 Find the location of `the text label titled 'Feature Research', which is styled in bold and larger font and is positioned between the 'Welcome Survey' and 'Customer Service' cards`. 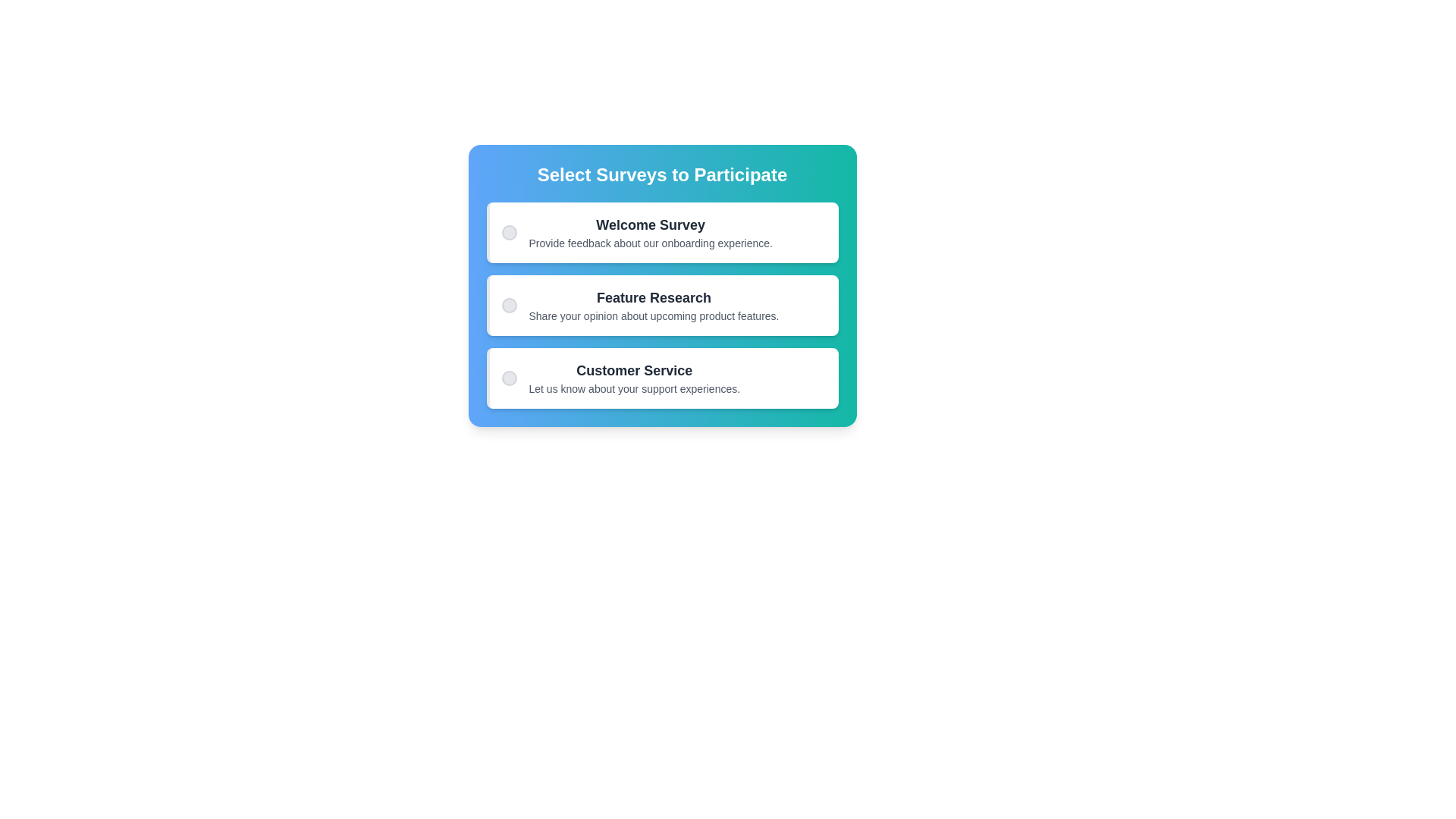

the text label titled 'Feature Research', which is styled in bold and larger font and is positioned between the 'Welcome Survey' and 'Customer Service' cards is located at coordinates (654, 298).